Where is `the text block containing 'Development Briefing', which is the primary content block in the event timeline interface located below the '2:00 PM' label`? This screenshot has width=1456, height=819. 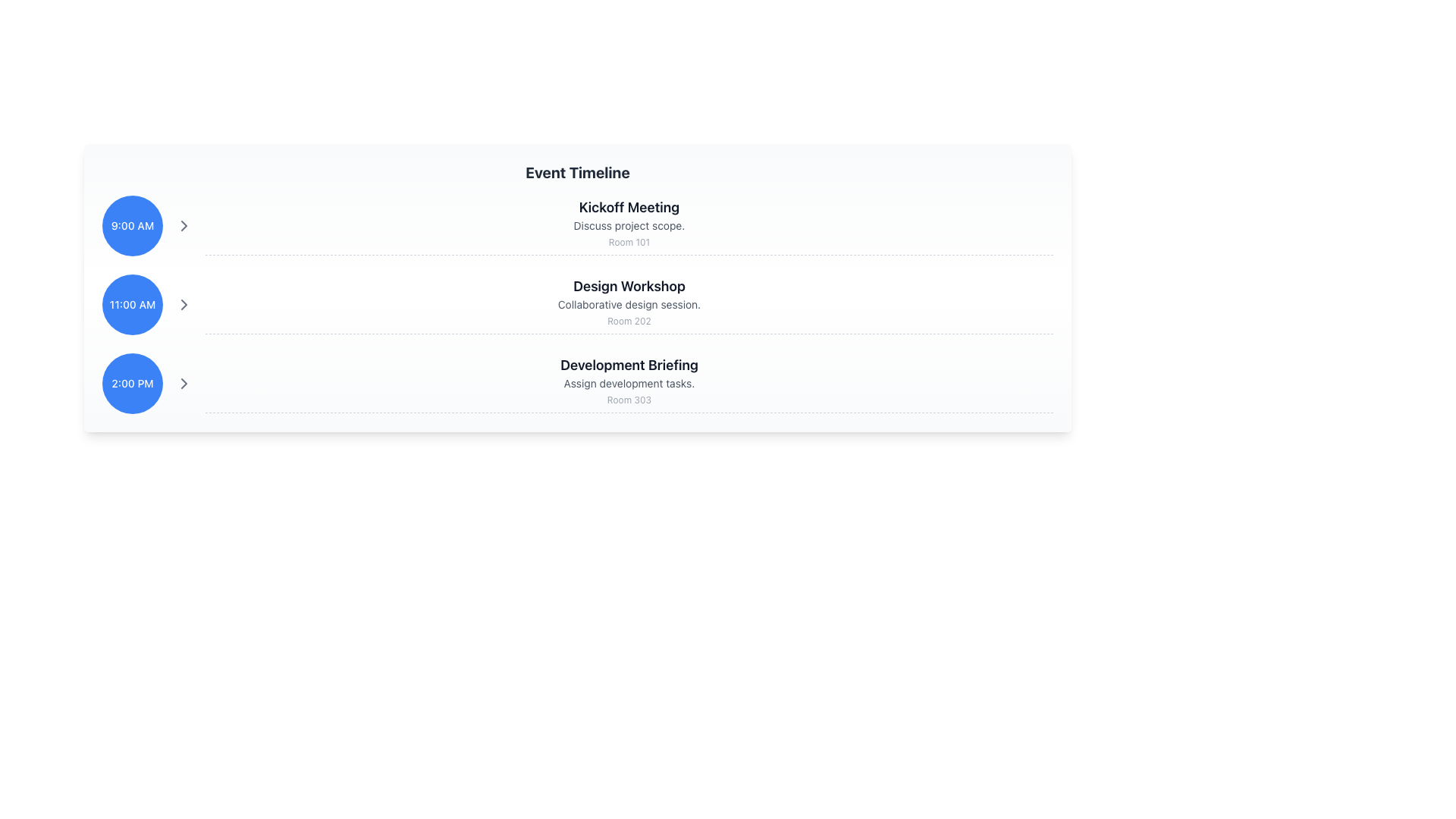
the text block containing 'Development Briefing', which is the primary content block in the event timeline interface located below the '2:00 PM' label is located at coordinates (629, 382).